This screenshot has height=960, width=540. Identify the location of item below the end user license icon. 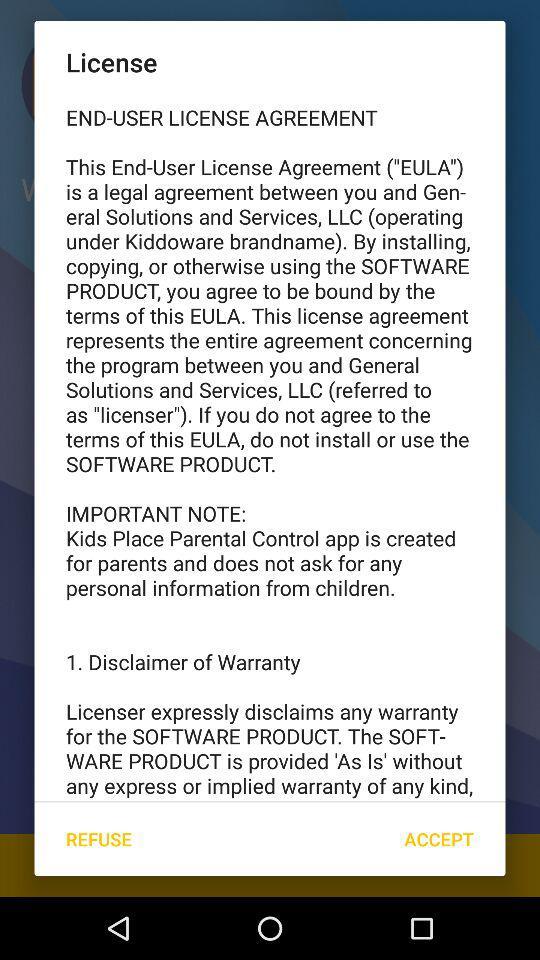
(97, 839).